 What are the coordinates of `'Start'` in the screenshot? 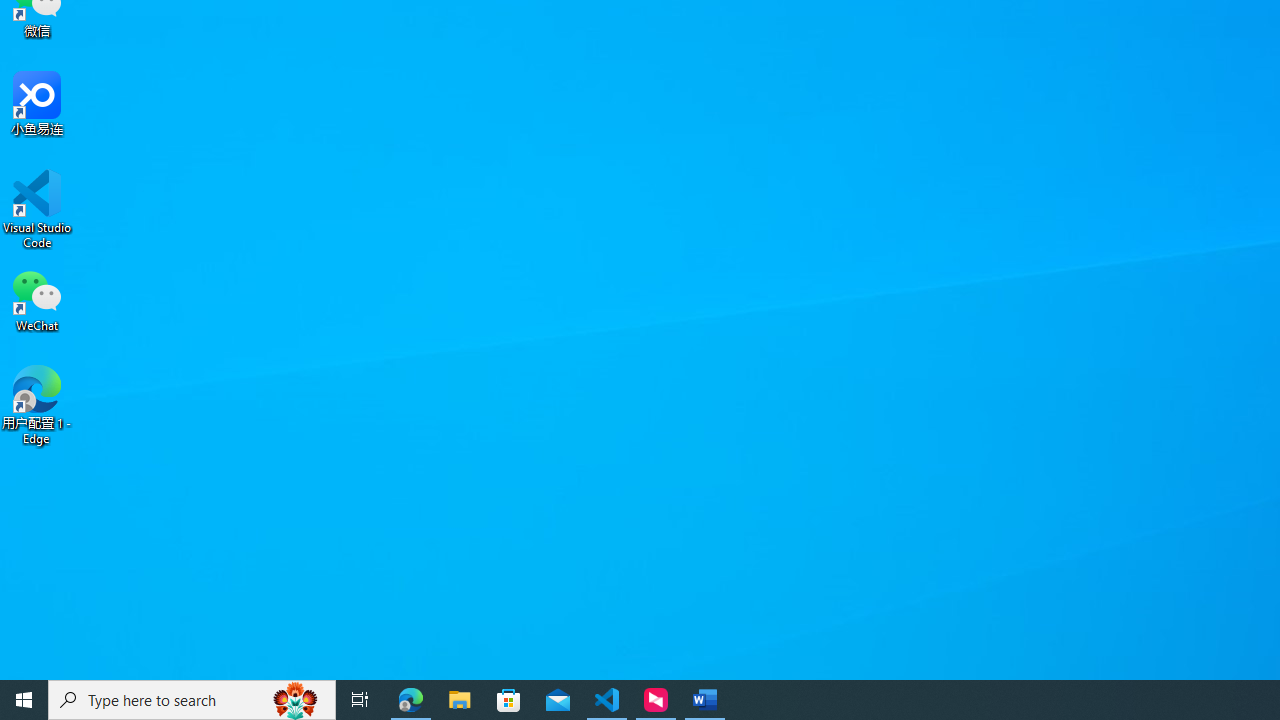 It's located at (24, 698).